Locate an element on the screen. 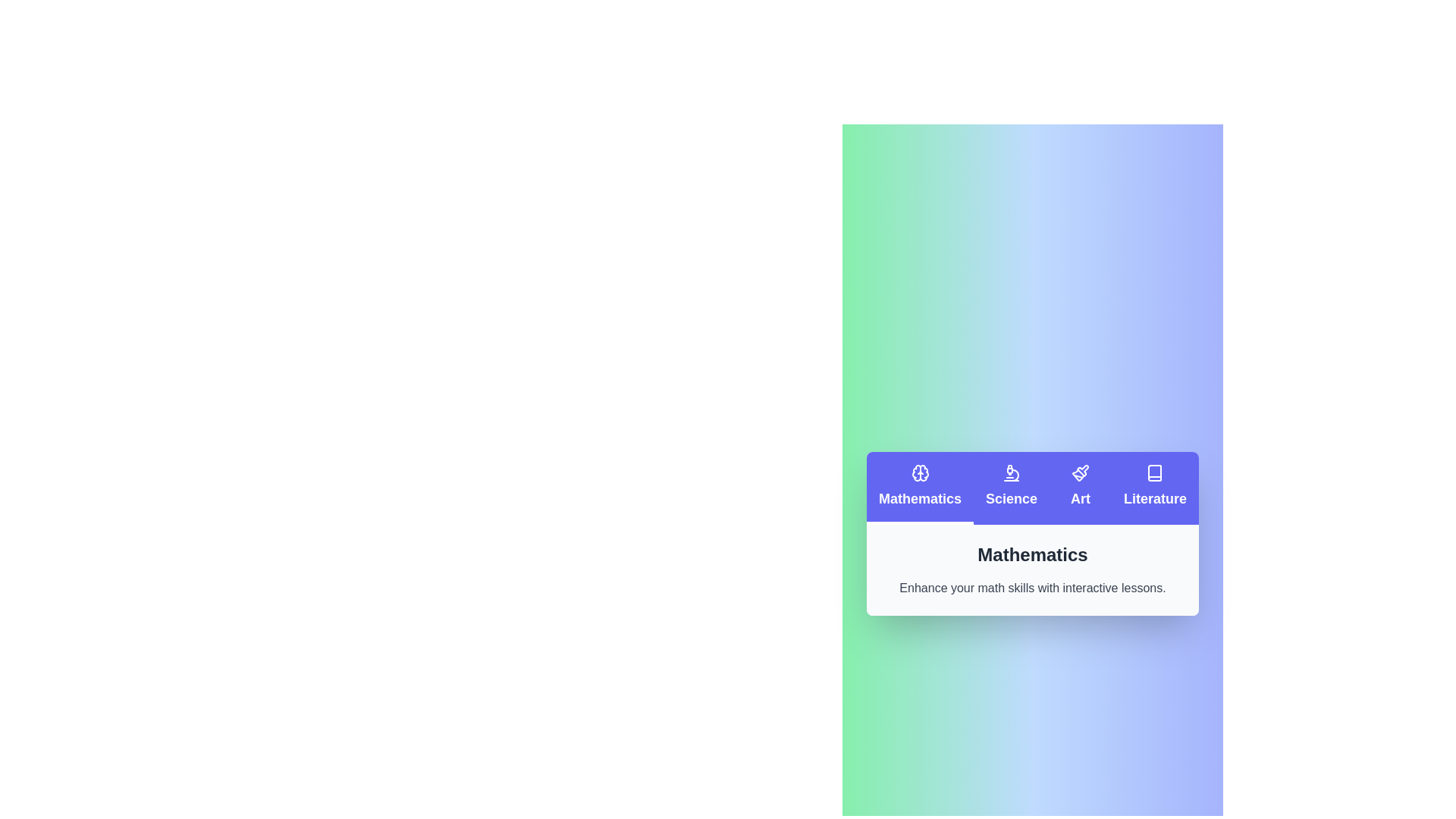  the Science tab by clicking on it is located at coordinates (1012, 488).